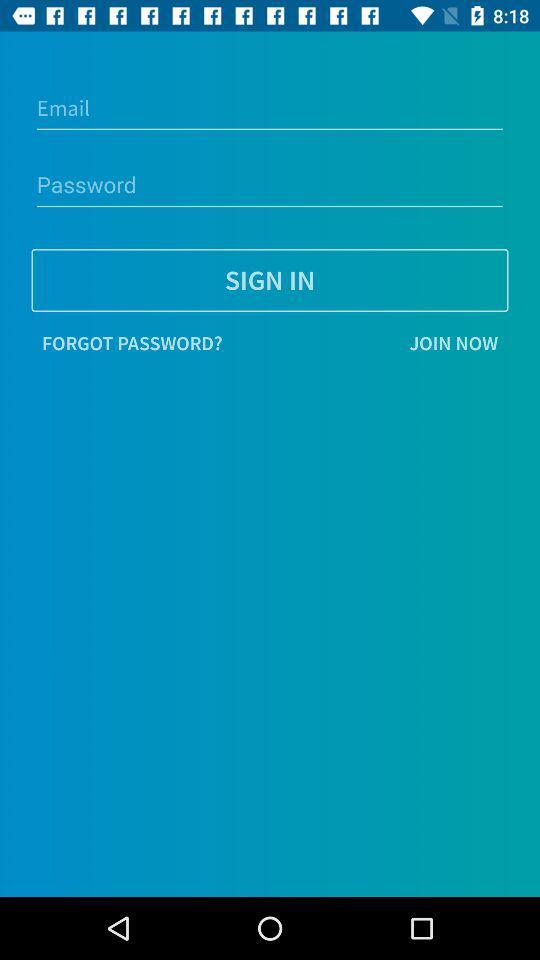 The height and width of the screenshot is (960, 540). Describe the element at coordinates (270, 279) in the screenshot. I see `sign in item` at that location.